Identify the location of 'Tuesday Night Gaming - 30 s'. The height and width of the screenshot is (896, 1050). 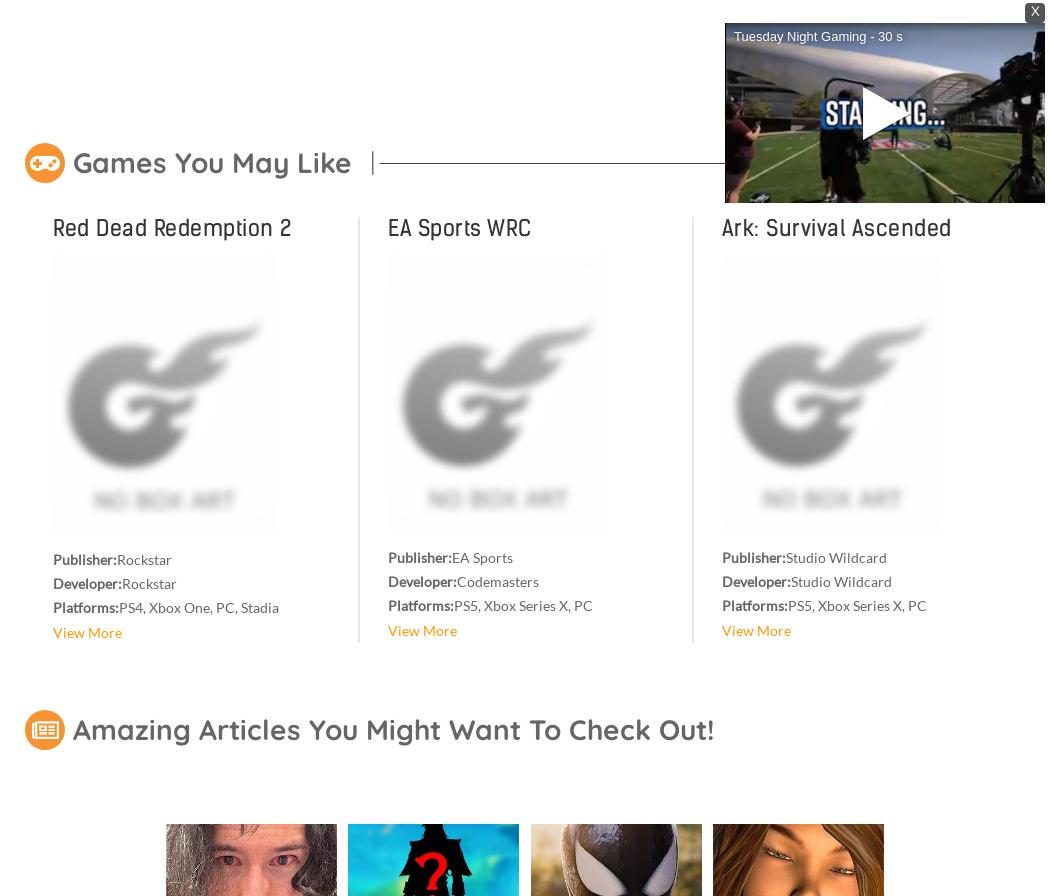
(816, 35).